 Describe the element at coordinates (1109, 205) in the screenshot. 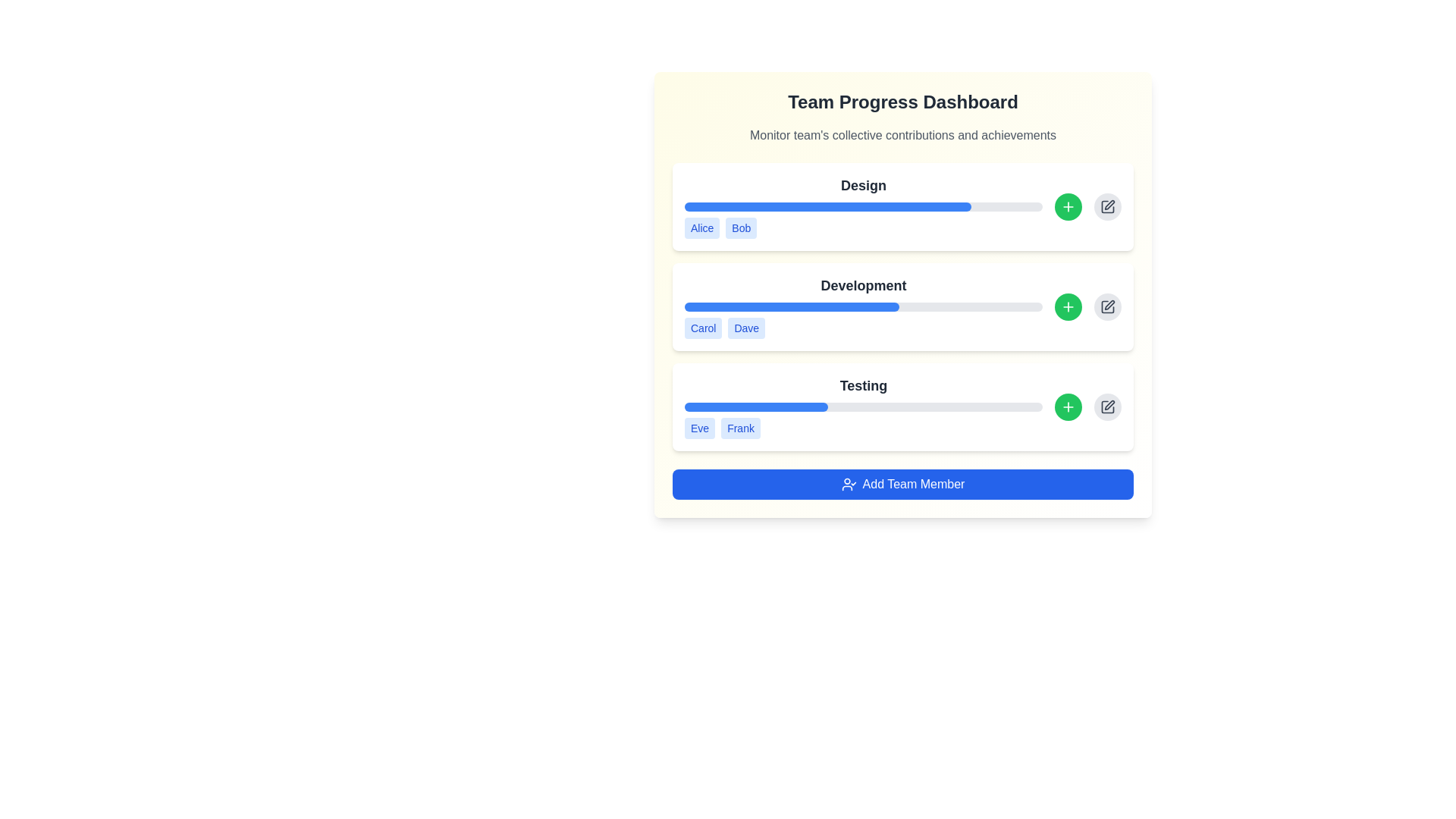

I see `the pen-shaped icon located` at that location.